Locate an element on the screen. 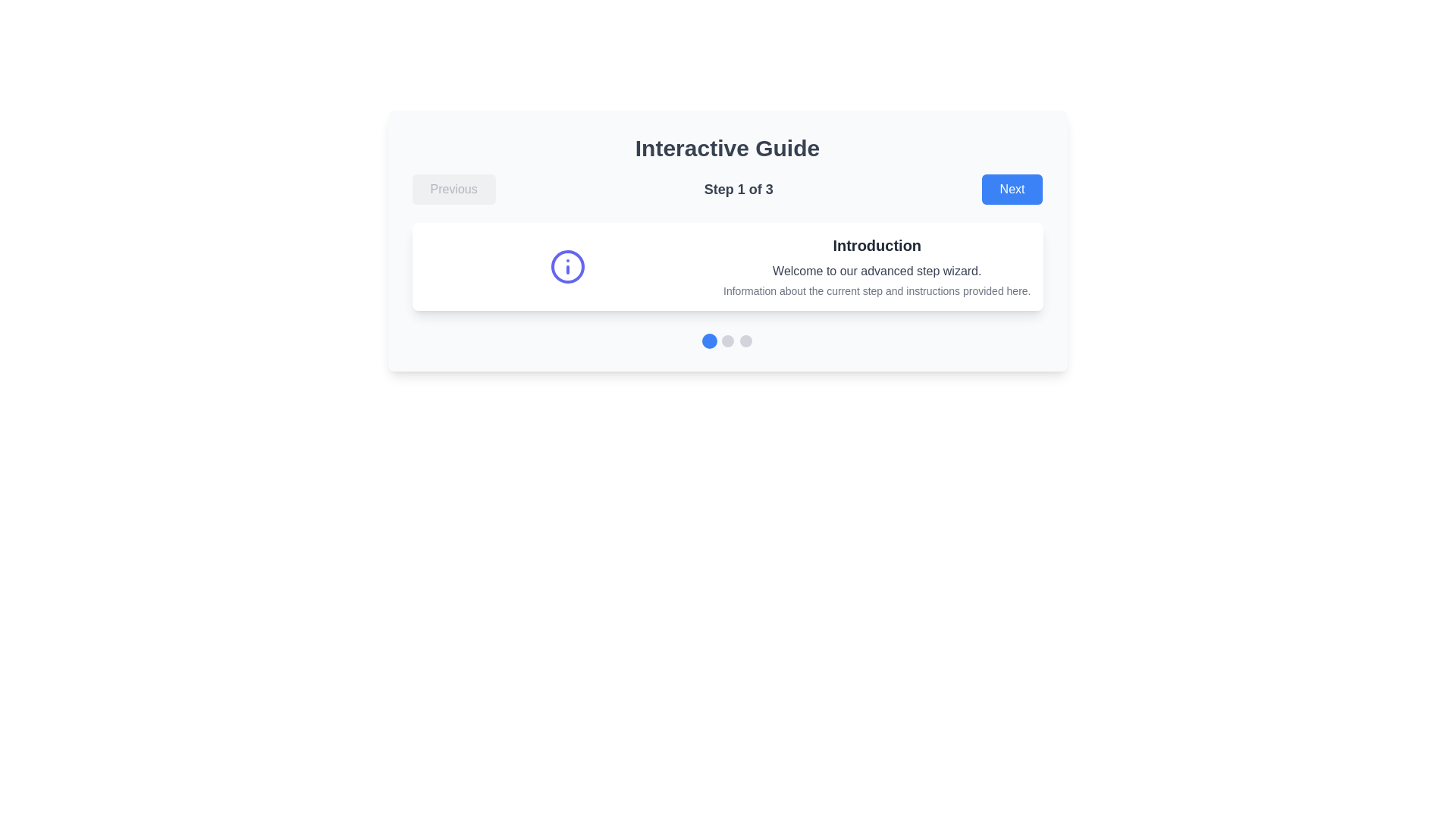 The height and width of the screenshot is (819, 1456). the small gray text block containing 'Information about the current step and instructions provided here.' located below the line 'Welcome to our advanced step wizard.' is located at coordinates (877, 291).